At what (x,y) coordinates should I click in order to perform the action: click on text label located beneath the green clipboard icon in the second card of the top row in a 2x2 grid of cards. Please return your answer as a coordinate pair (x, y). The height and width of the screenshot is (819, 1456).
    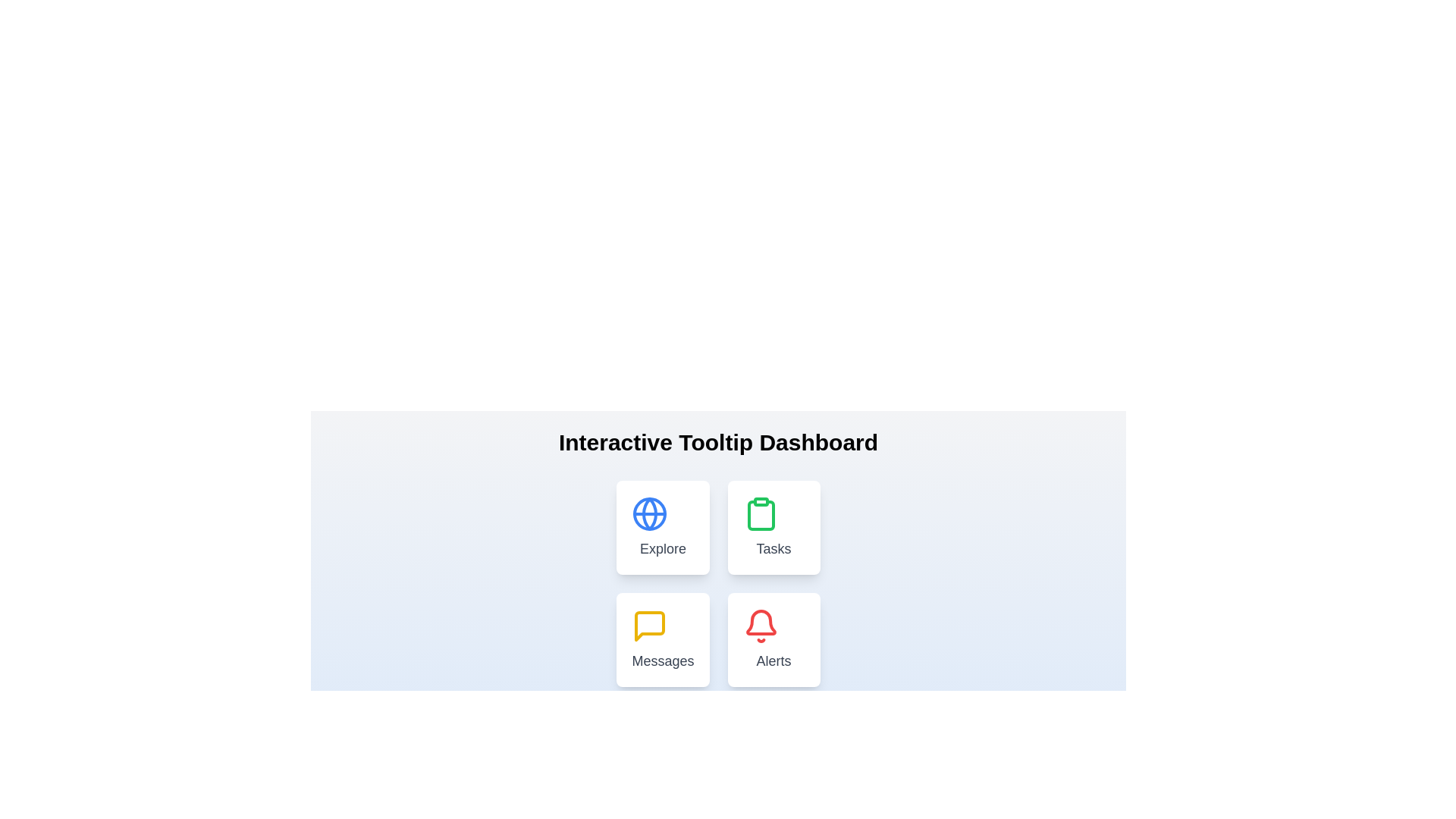
    Looking at the image, I should click on (773, 549).